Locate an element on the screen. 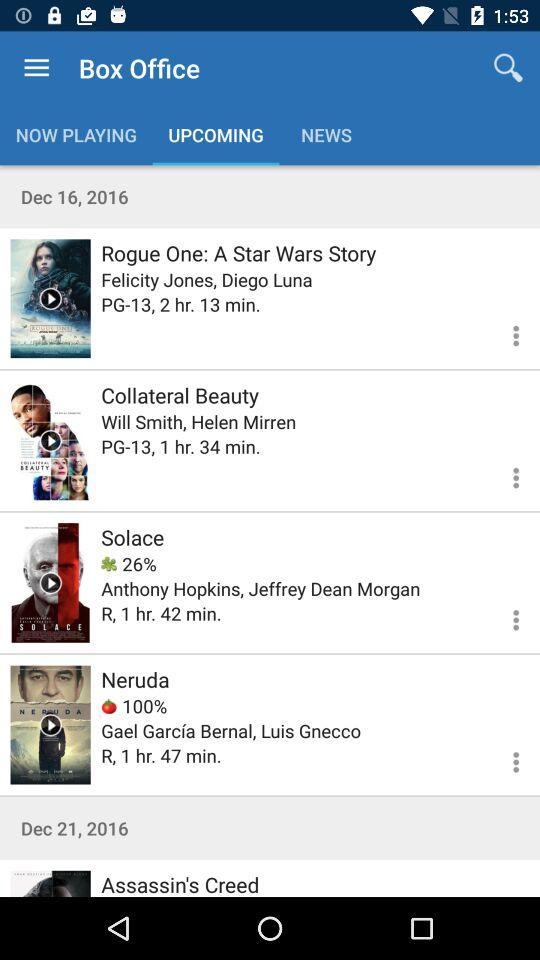 The height and width of the screenshot is (960, 540). the icon above the pg 13 1 item is located at coordinates (198, 421).